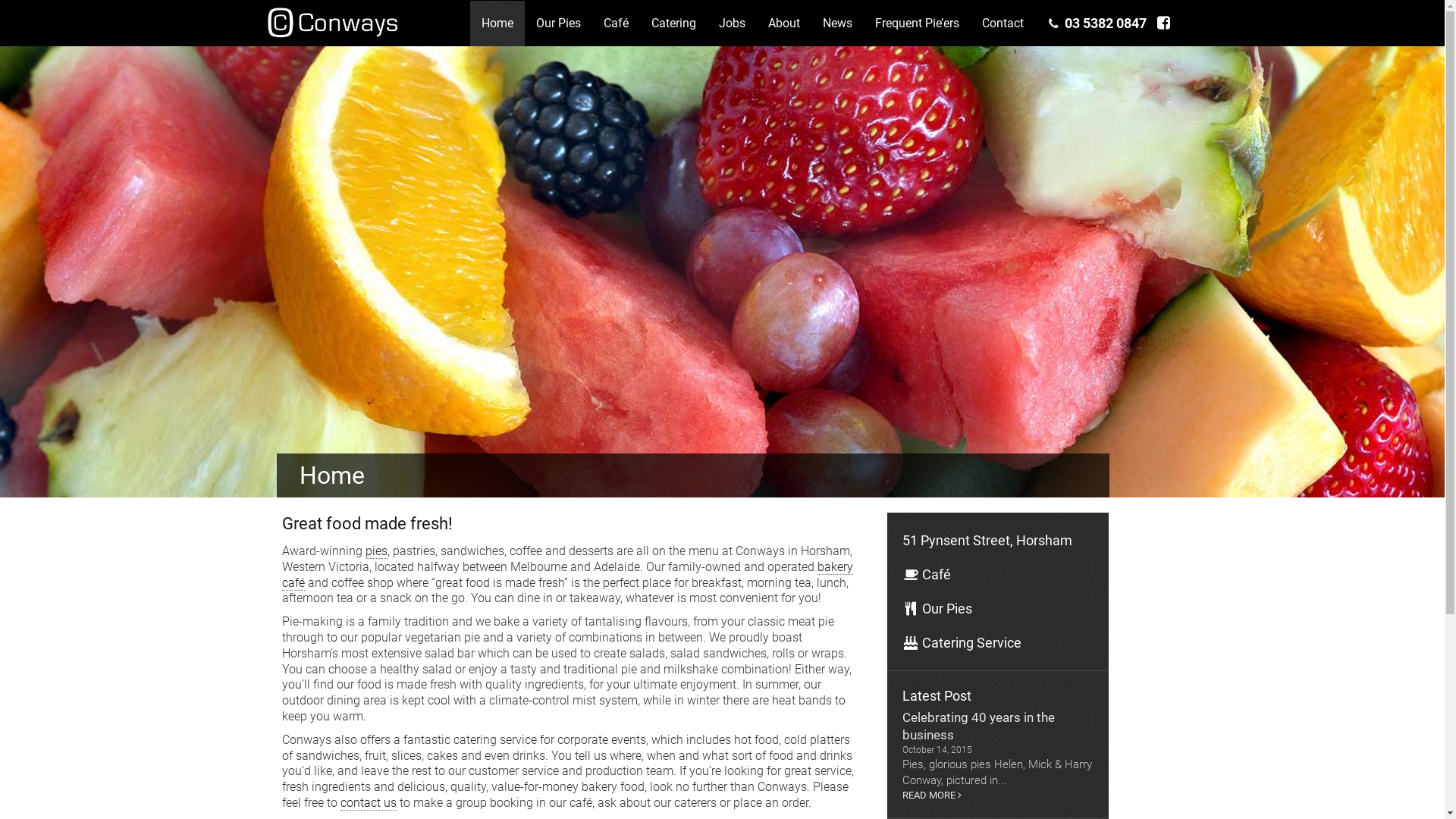 This screenshot has width=1456, height=819. What do you see at coordinates (997, 607) in the screenshot?
I see `'Our Pies'` at bounding box center [997, 607].